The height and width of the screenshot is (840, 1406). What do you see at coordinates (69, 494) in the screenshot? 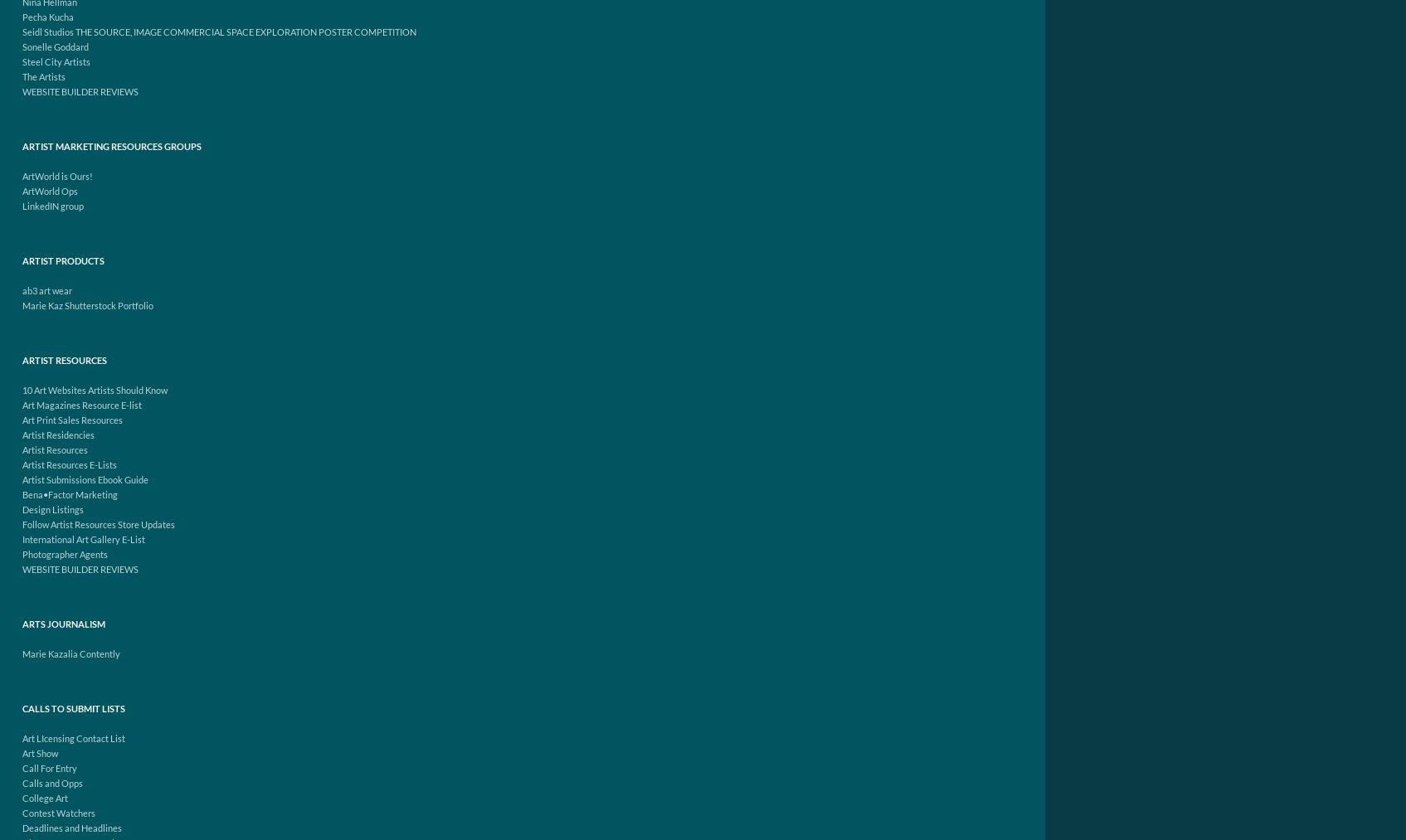
I see `'Bena•Factor Marketing'` at bounding box center [69, 494].